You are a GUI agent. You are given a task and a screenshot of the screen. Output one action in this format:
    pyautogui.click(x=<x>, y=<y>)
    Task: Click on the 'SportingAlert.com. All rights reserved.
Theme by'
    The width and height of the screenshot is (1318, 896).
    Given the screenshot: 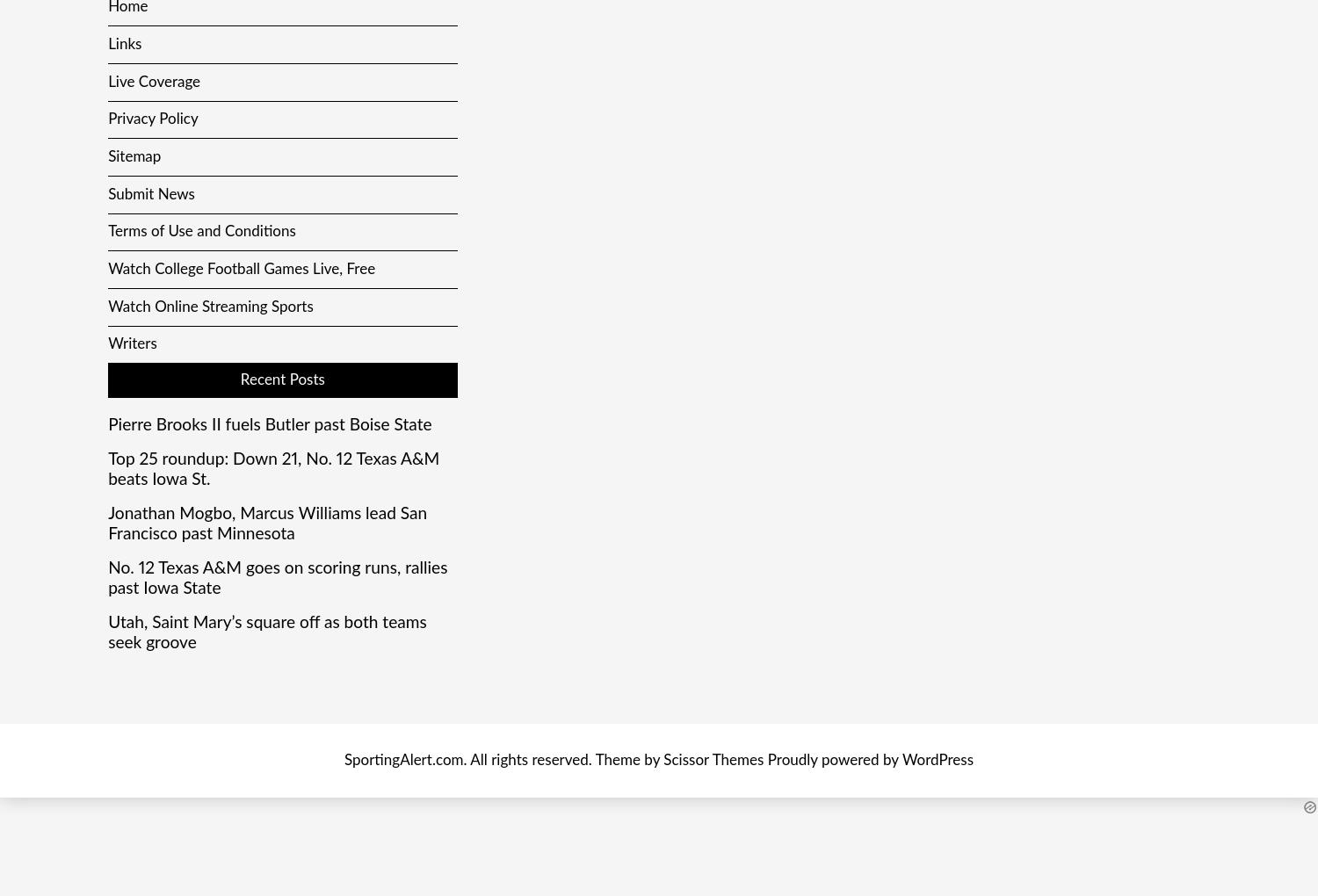 What is the action you would take?
    pyautogui.click(x=503, y=759)
    